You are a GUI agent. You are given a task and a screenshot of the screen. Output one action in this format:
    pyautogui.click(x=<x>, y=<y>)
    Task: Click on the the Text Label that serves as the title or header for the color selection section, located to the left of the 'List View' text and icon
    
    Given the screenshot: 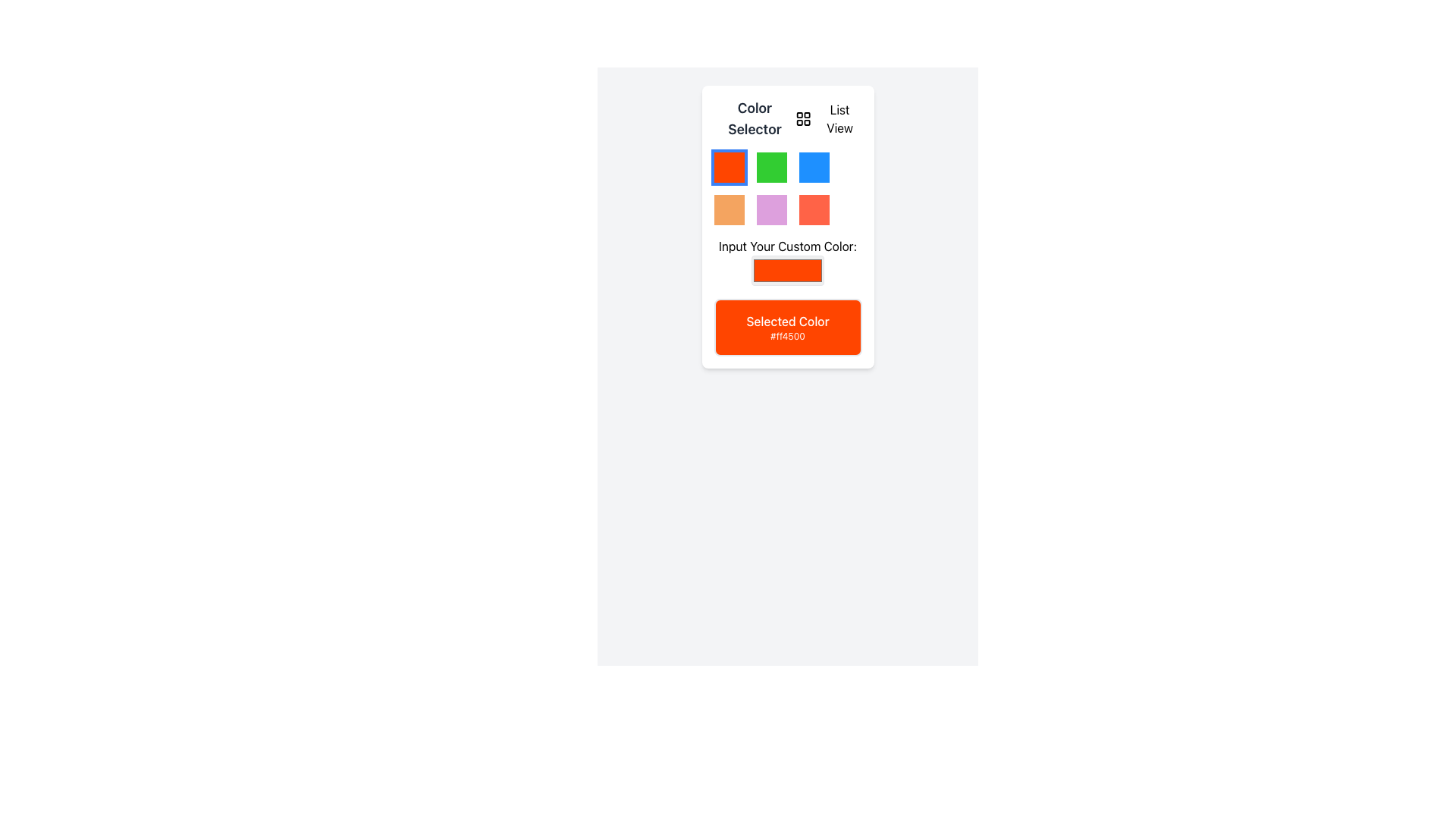 What is the action you would take?
    pyautogui.click(x=755, y=118)
    